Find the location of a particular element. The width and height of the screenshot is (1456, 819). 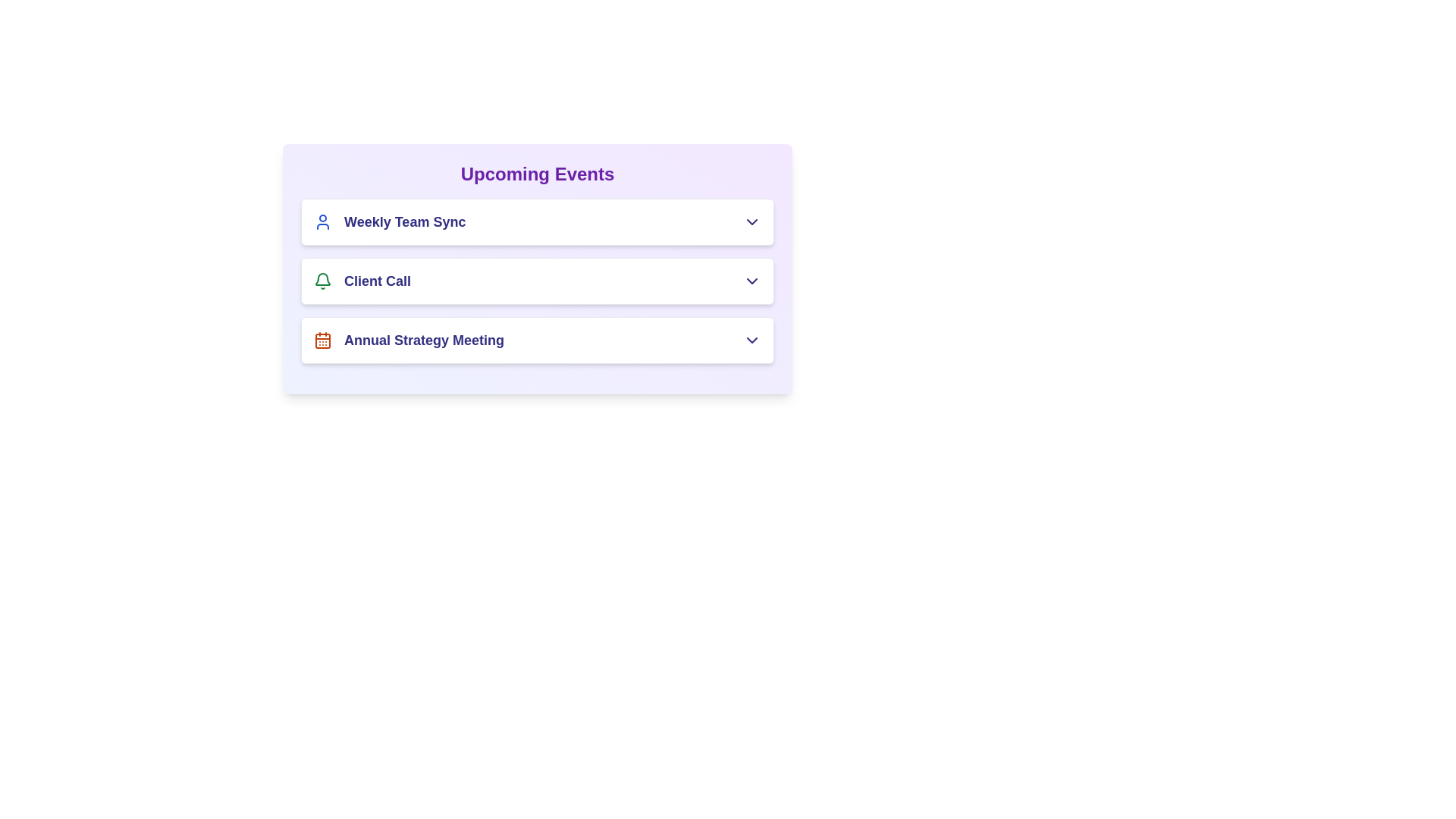

the user icon representing the owner or leader of the event labeled 'Weekly Team Sync', which is the leftmost element in the horizontal group containing the text label is located at coordinates (322, 222).